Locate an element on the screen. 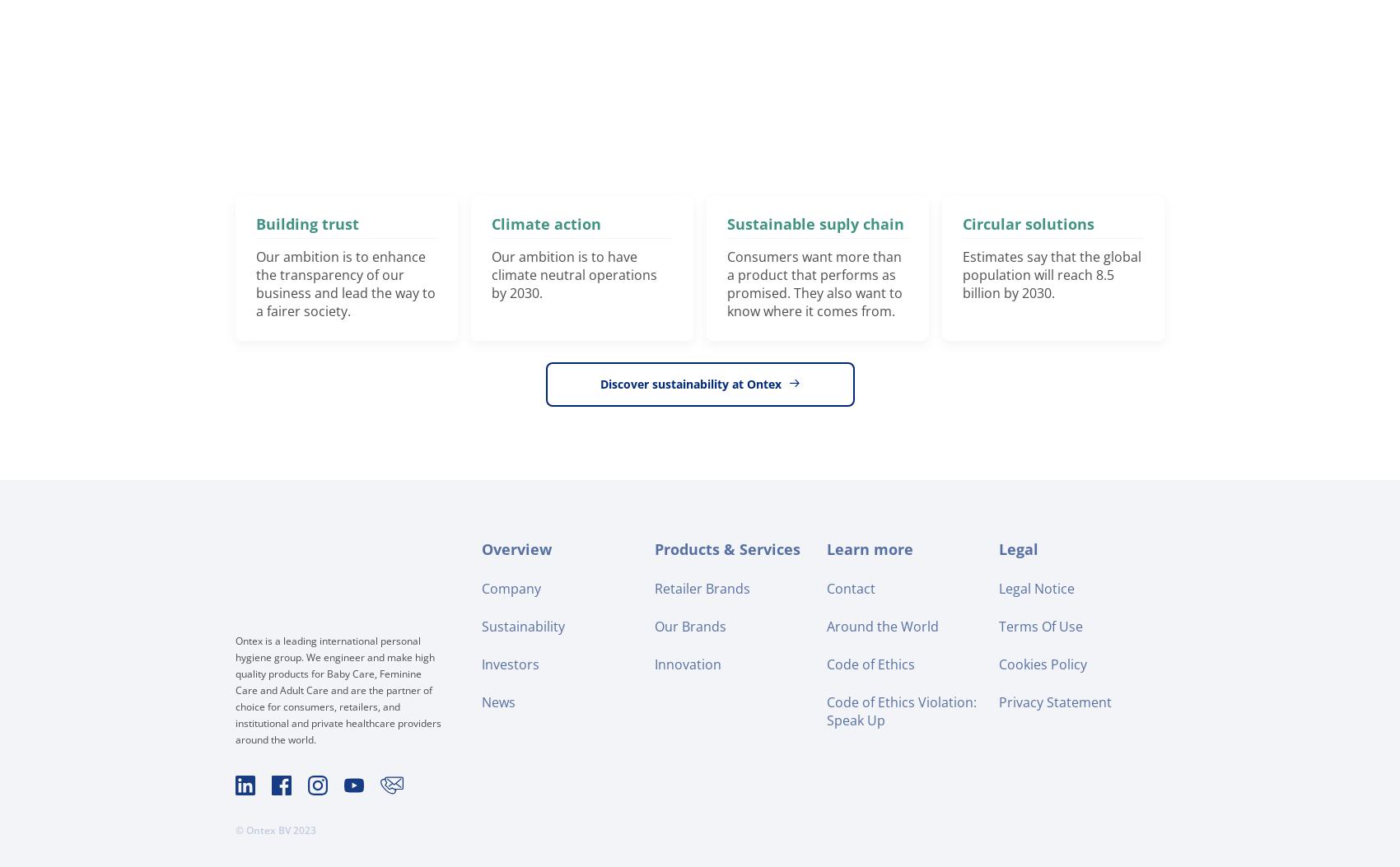  'positive impact' is located at coordinates (325, 97).